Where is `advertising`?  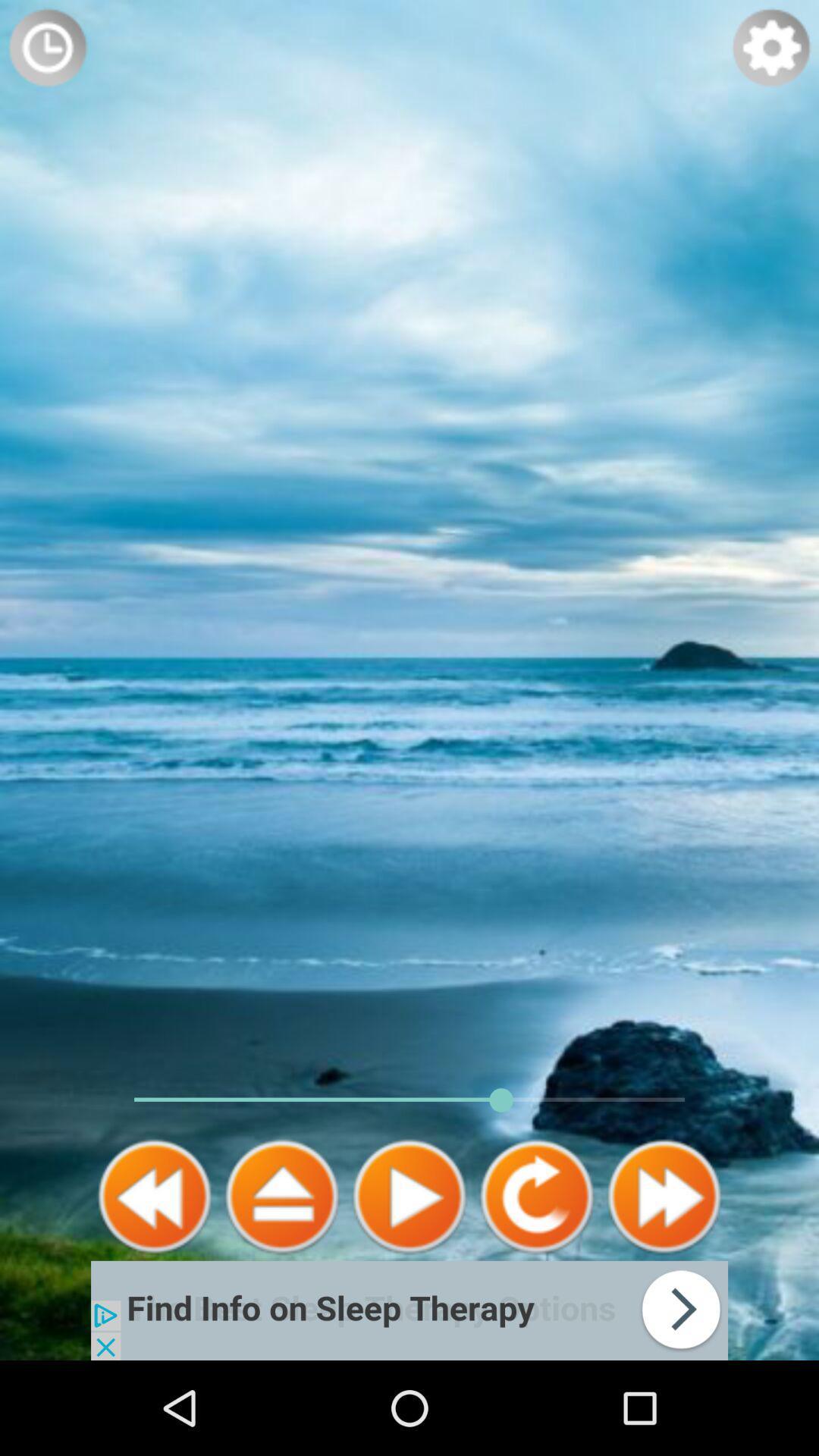
advertising is located at coordinates (409, 1310).